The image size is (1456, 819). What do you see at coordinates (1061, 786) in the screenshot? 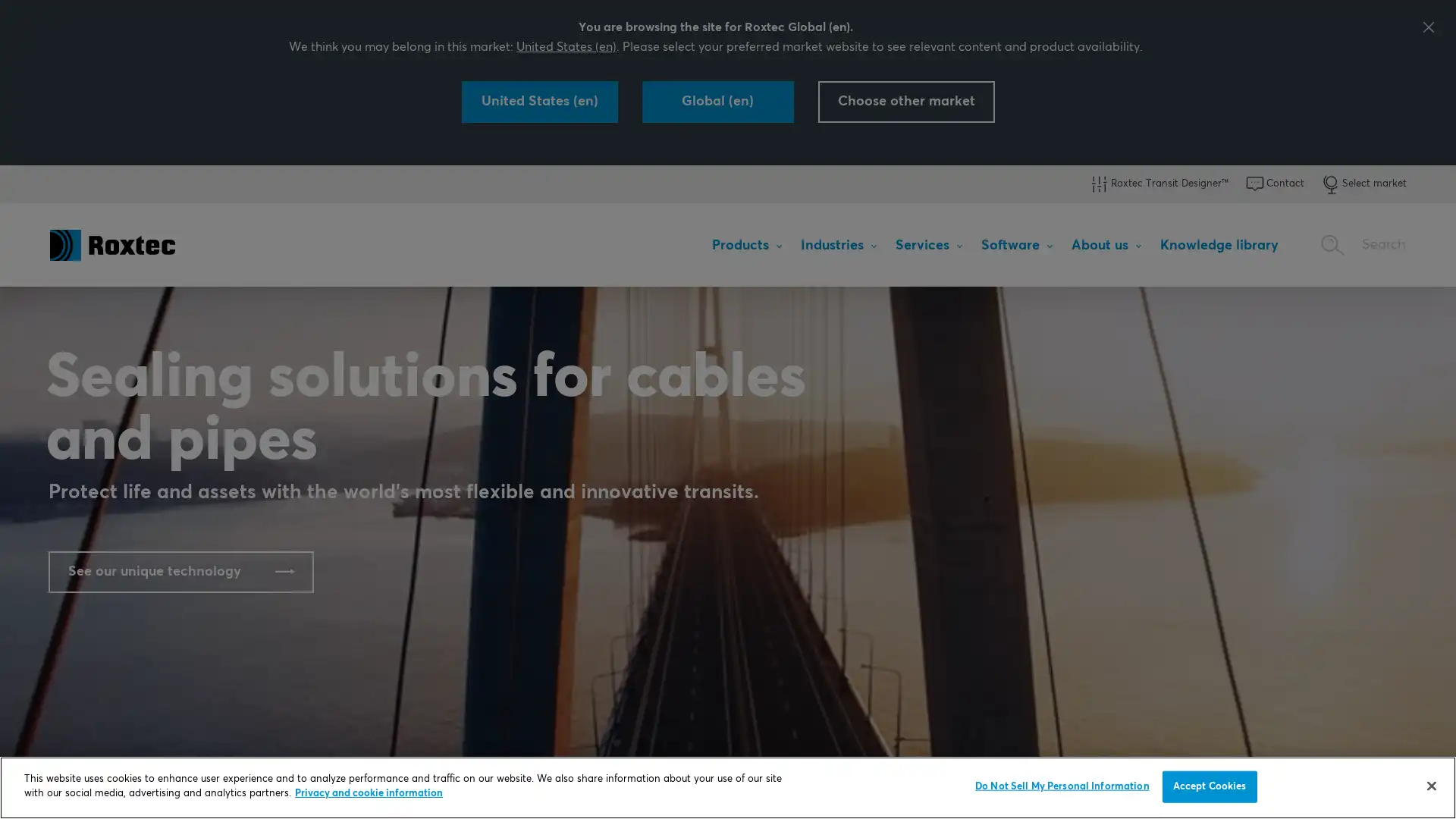
I see `Do Not Sell My Personal Information` at bounding box center [1061, 786].